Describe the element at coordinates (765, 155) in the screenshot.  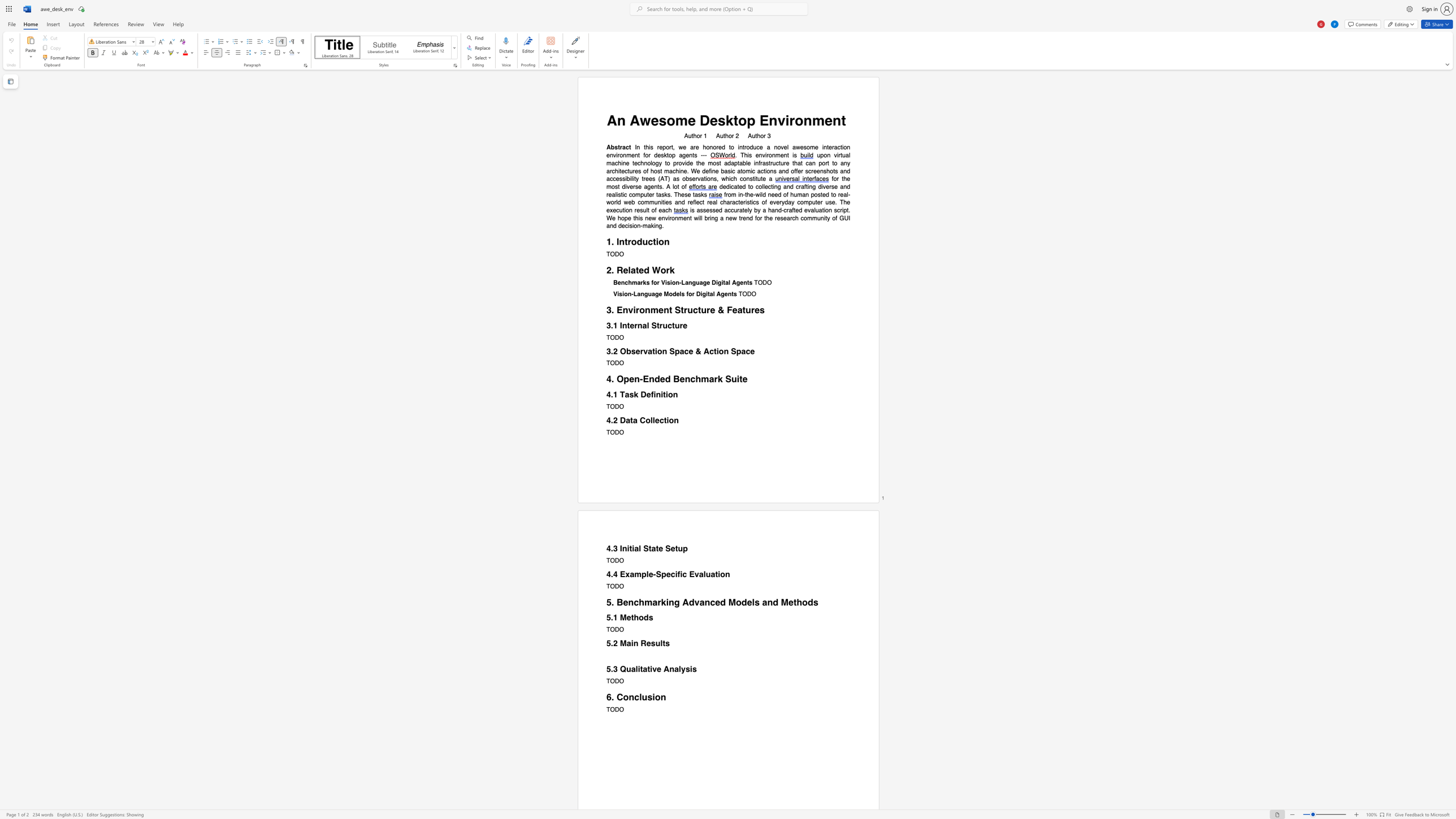
I see `the subset text "ironmen" within the text ". This environment is"` at that location.